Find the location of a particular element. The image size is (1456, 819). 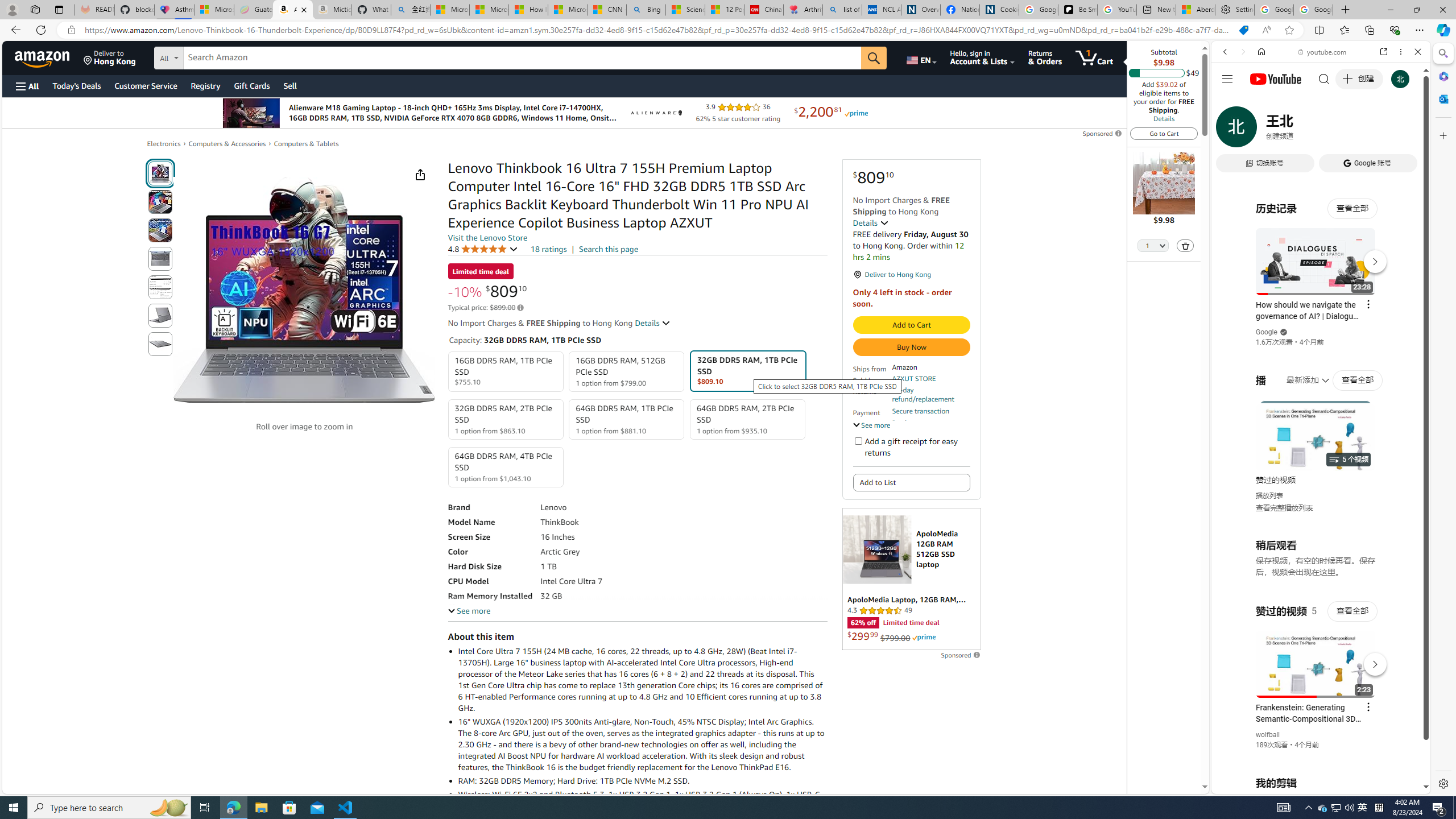

'Search Filter, Search Tools' is located at coordinates (1350, 129).